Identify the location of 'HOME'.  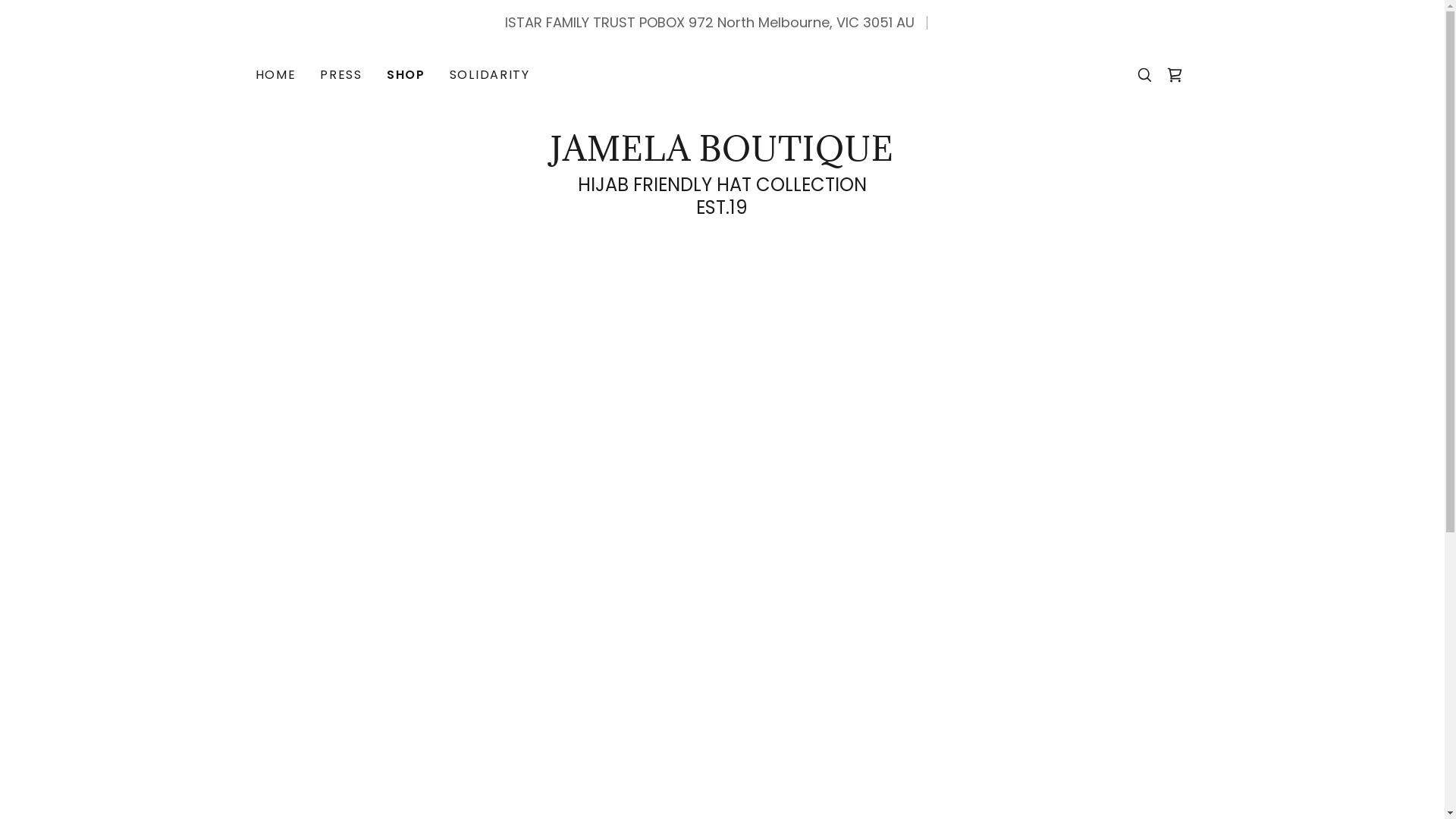
(275, 75).